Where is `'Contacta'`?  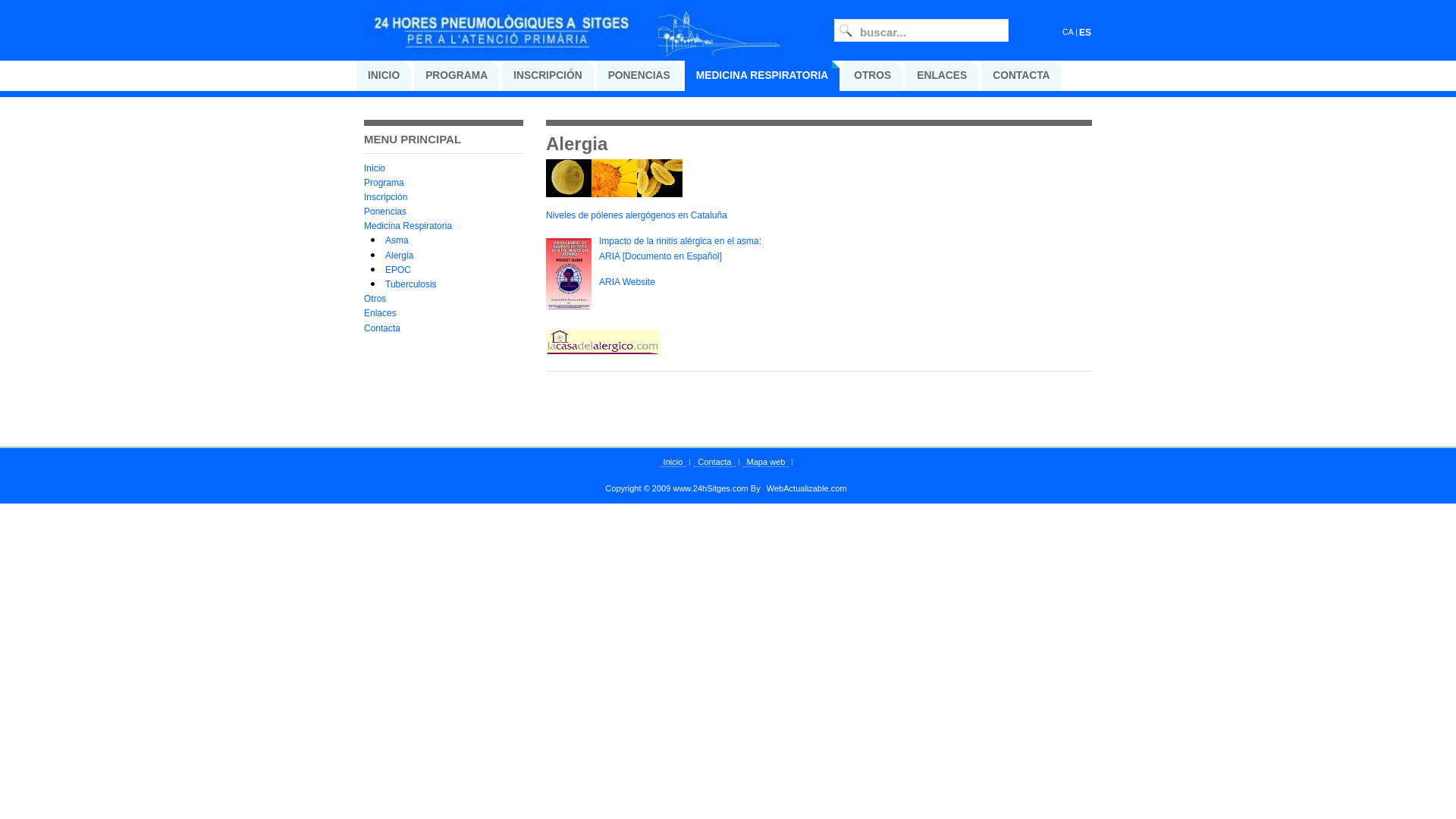 'Contacta' is located at coordinates (382, 327).